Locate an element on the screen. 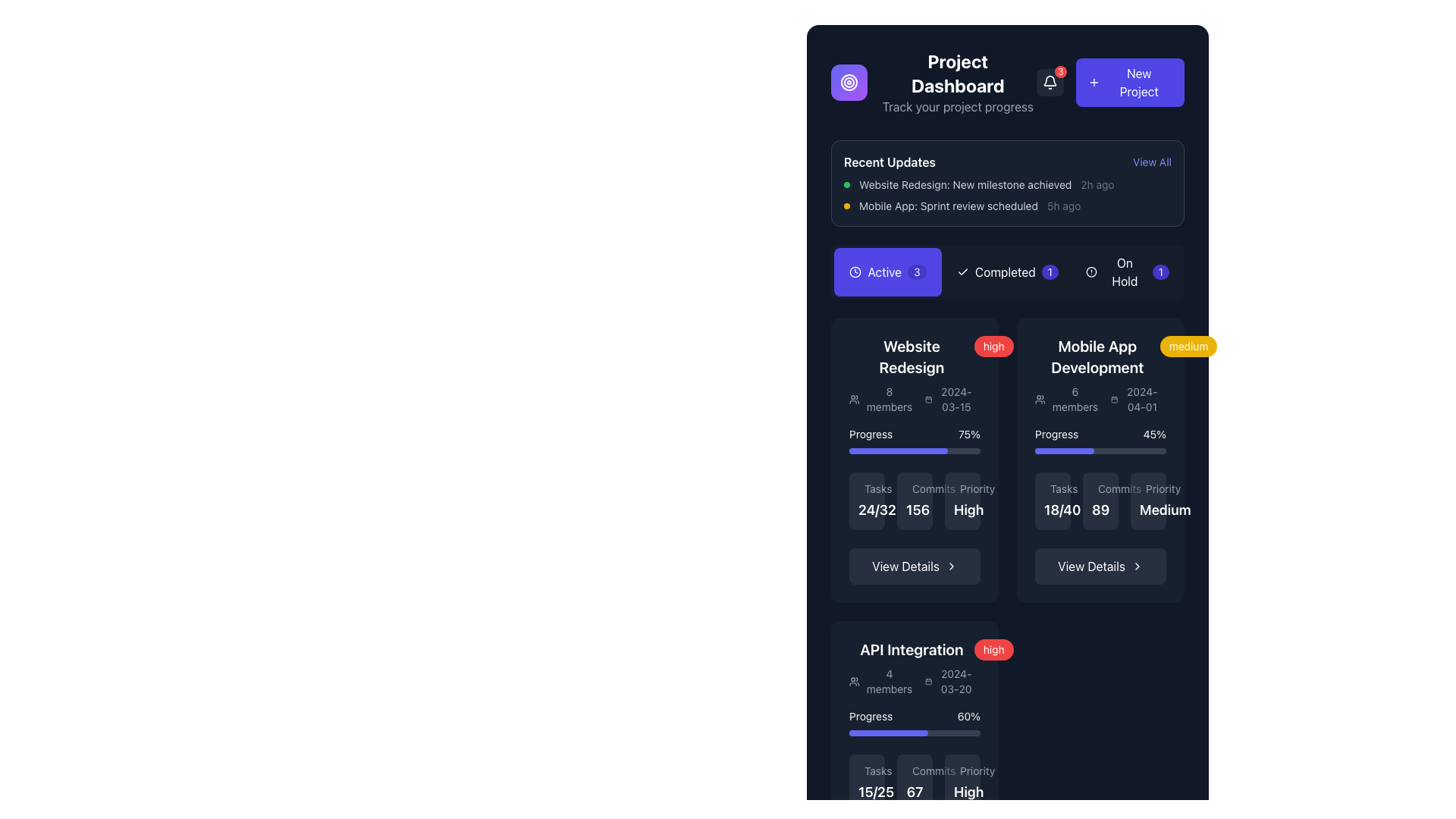 Image resolution: width=1456 pixels, height=819 pixels. the 'Create New Project' button located at the top-right corner of the dashboard interface, next to the notification icon, to initiate the creation process is located at coordinates (1129, 82).